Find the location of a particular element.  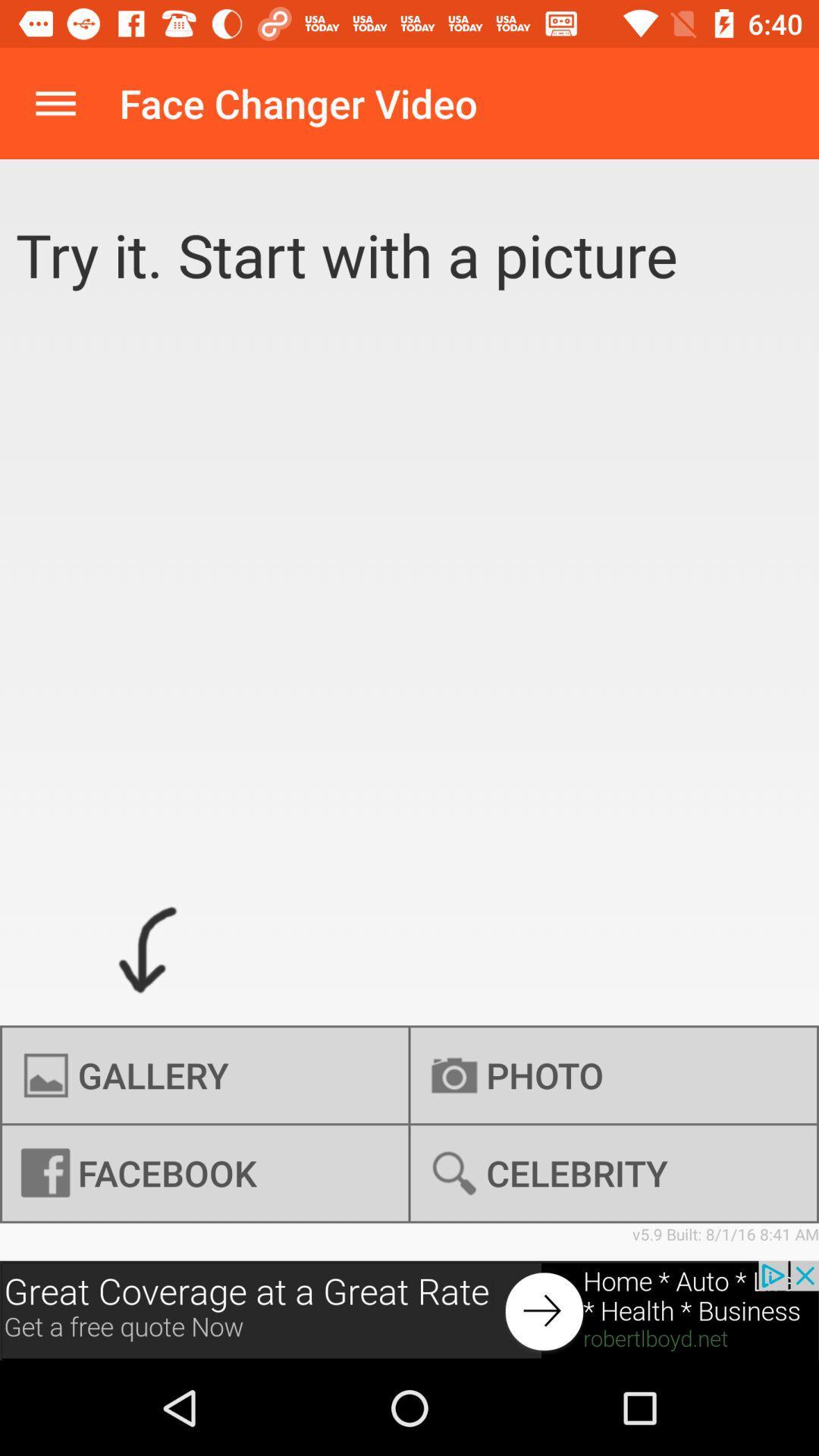

expand menu is located at coordinates (55, 102).